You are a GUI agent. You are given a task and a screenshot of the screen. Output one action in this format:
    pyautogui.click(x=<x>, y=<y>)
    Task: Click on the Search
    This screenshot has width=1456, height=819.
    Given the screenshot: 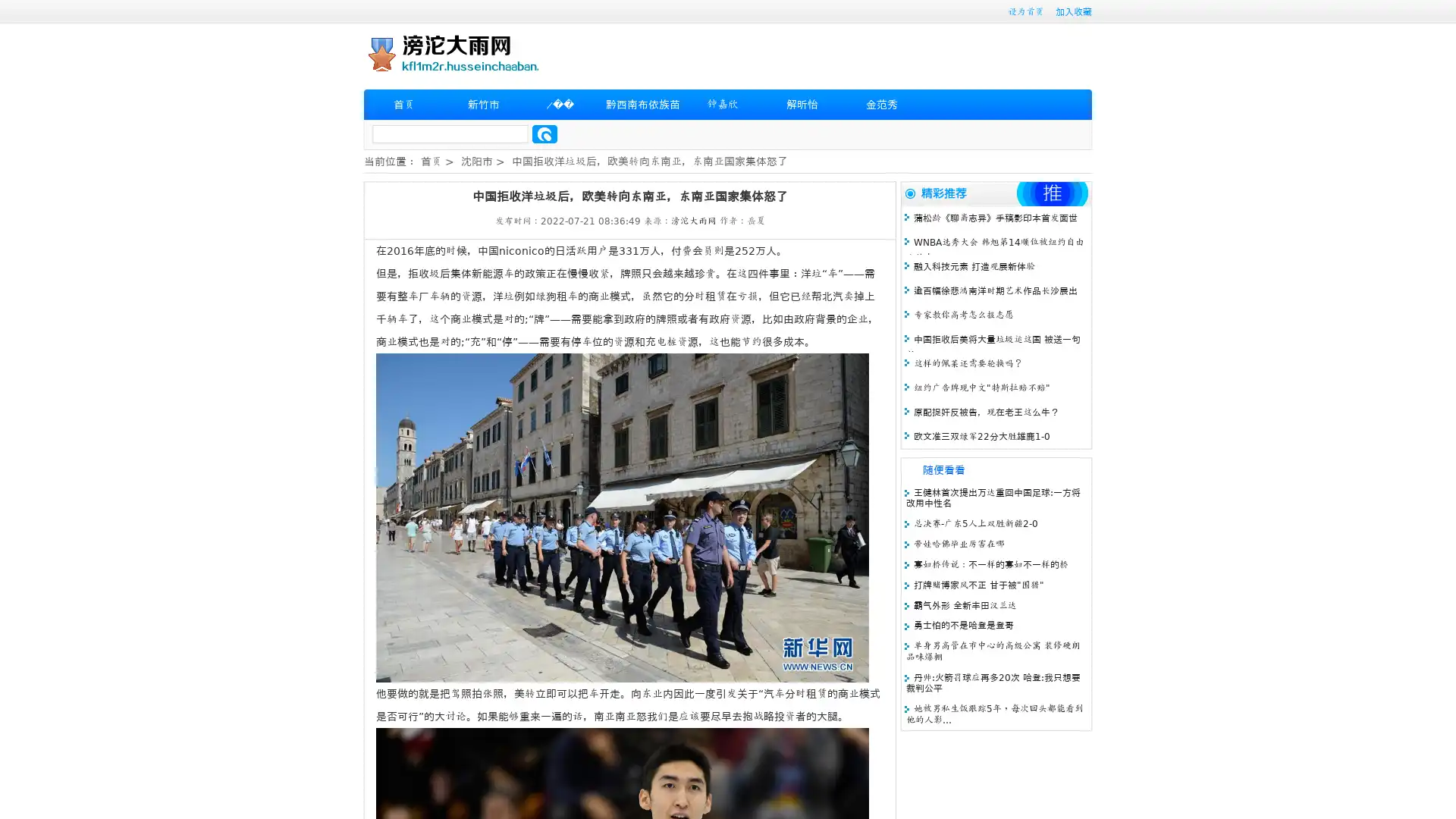 What is the action you would take?
    pyautogui.click(x=544, y=133)
    